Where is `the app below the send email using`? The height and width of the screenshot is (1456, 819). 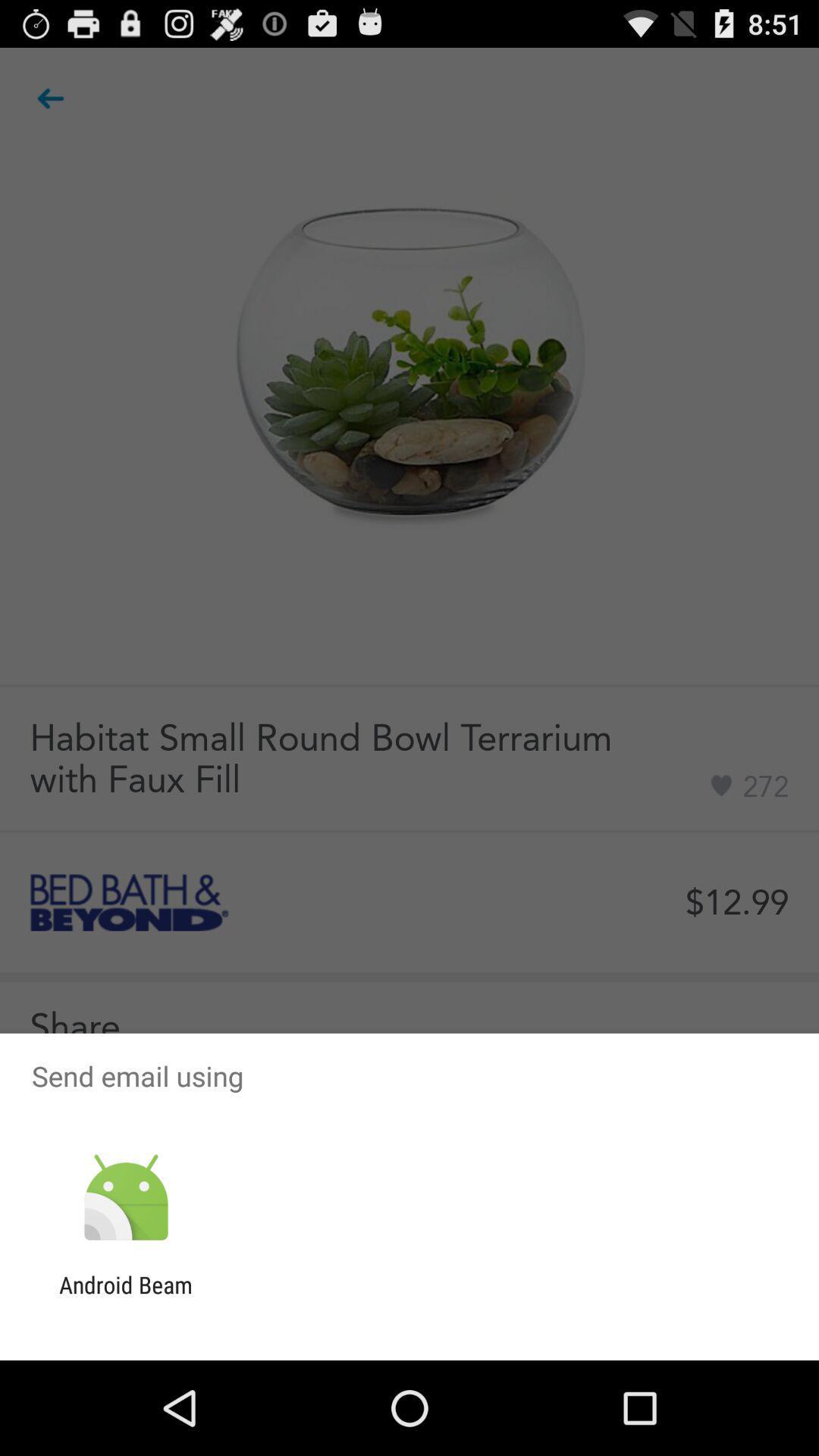
the app below the send email using is located at coordinates (125, 1197).